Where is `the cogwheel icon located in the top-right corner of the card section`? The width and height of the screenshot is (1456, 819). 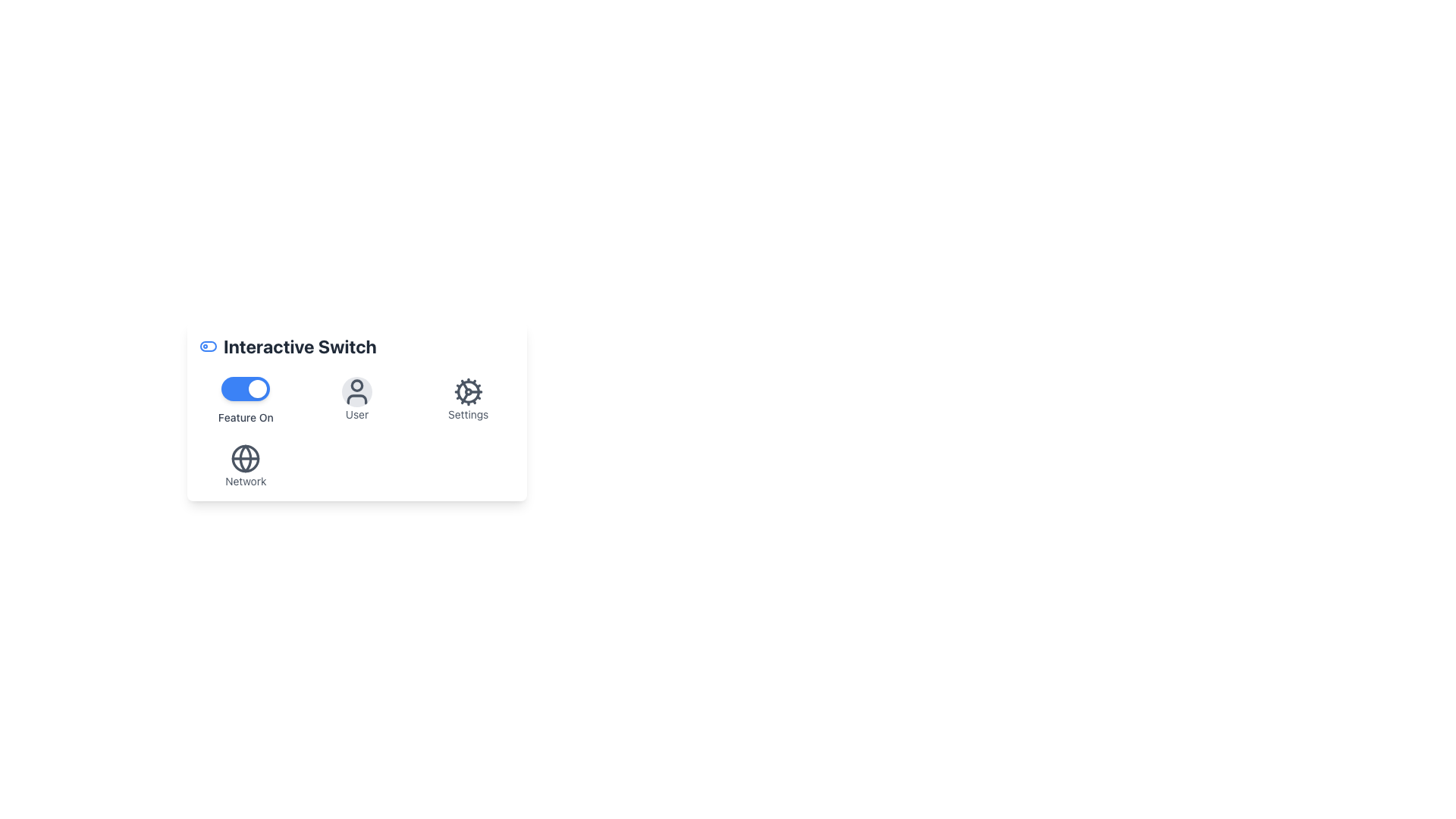
the cogwheel icon located in the top-right corner of the card section is located at coordinates (467, 391).